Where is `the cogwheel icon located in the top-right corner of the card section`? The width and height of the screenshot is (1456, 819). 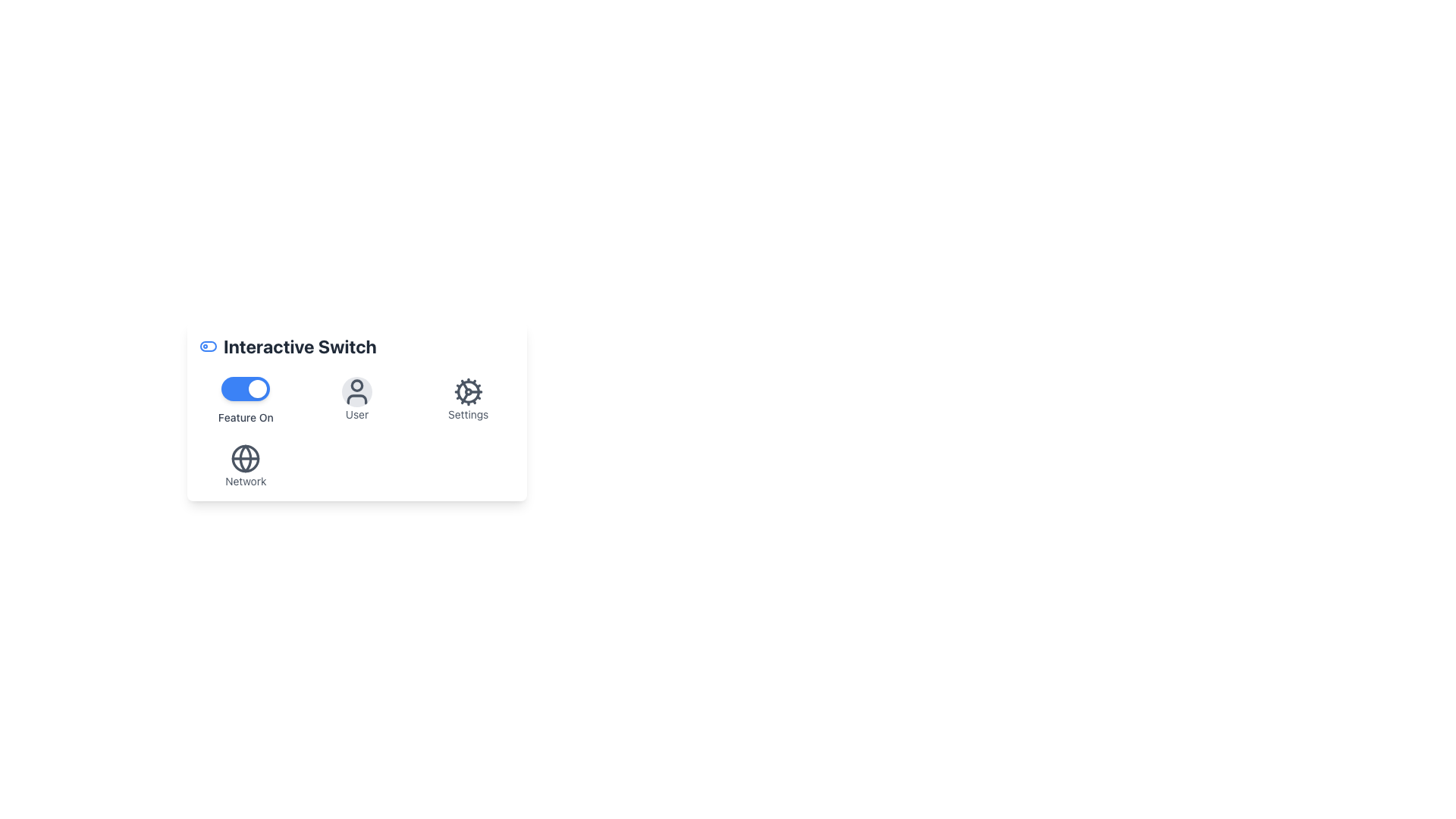
the cogwheel icon located in the top-right corner of the card section is located at coordinates (467, 391).